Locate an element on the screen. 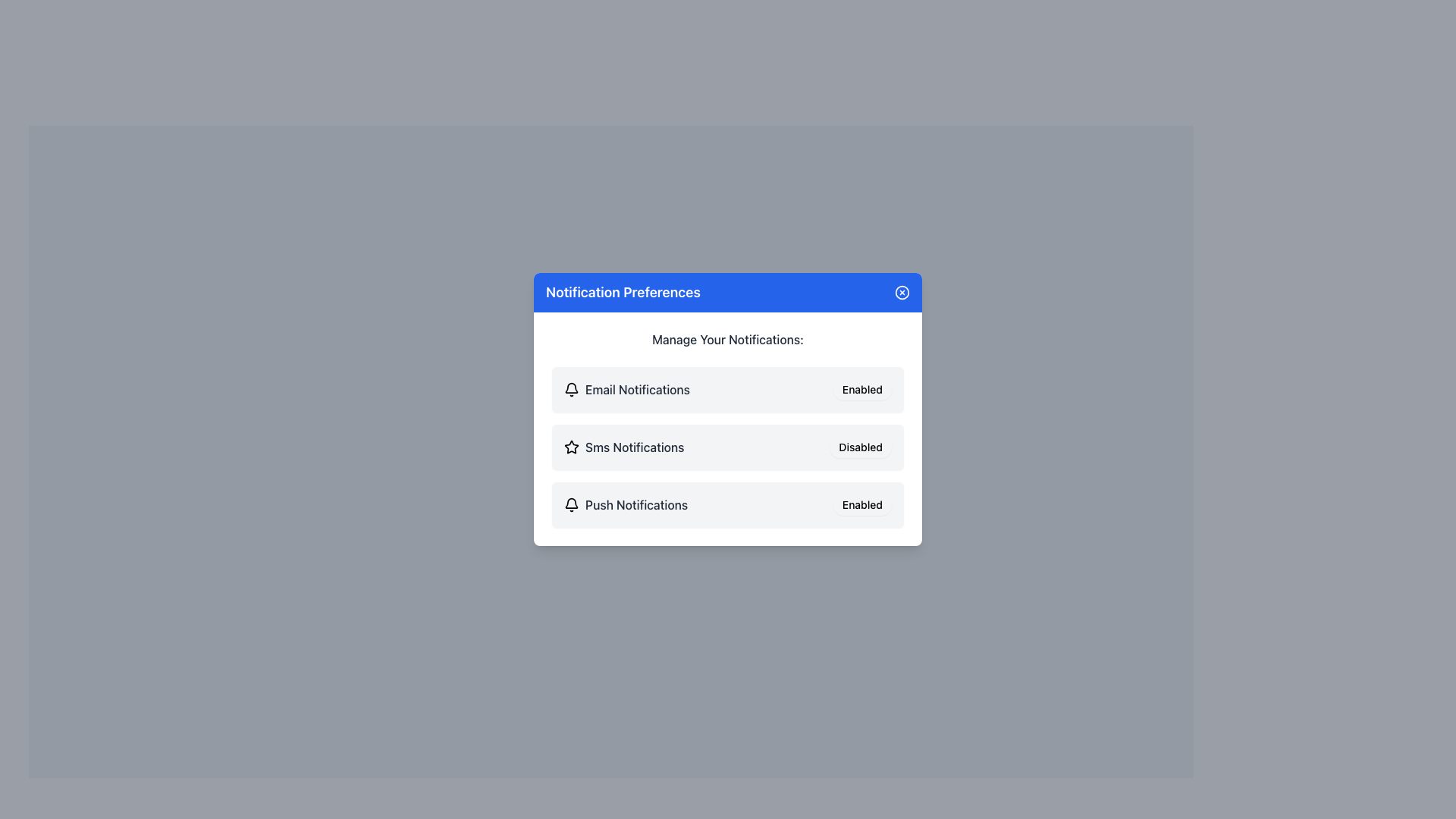 This screenshot has width=1456, height=819. text label 'Push Notifications' which is styled with a medium-sized, gray-colored font and accompanied by a bell-shaped icon, located in the middle of the 'Notification Preferences' card is located at coordinates (626, 505).